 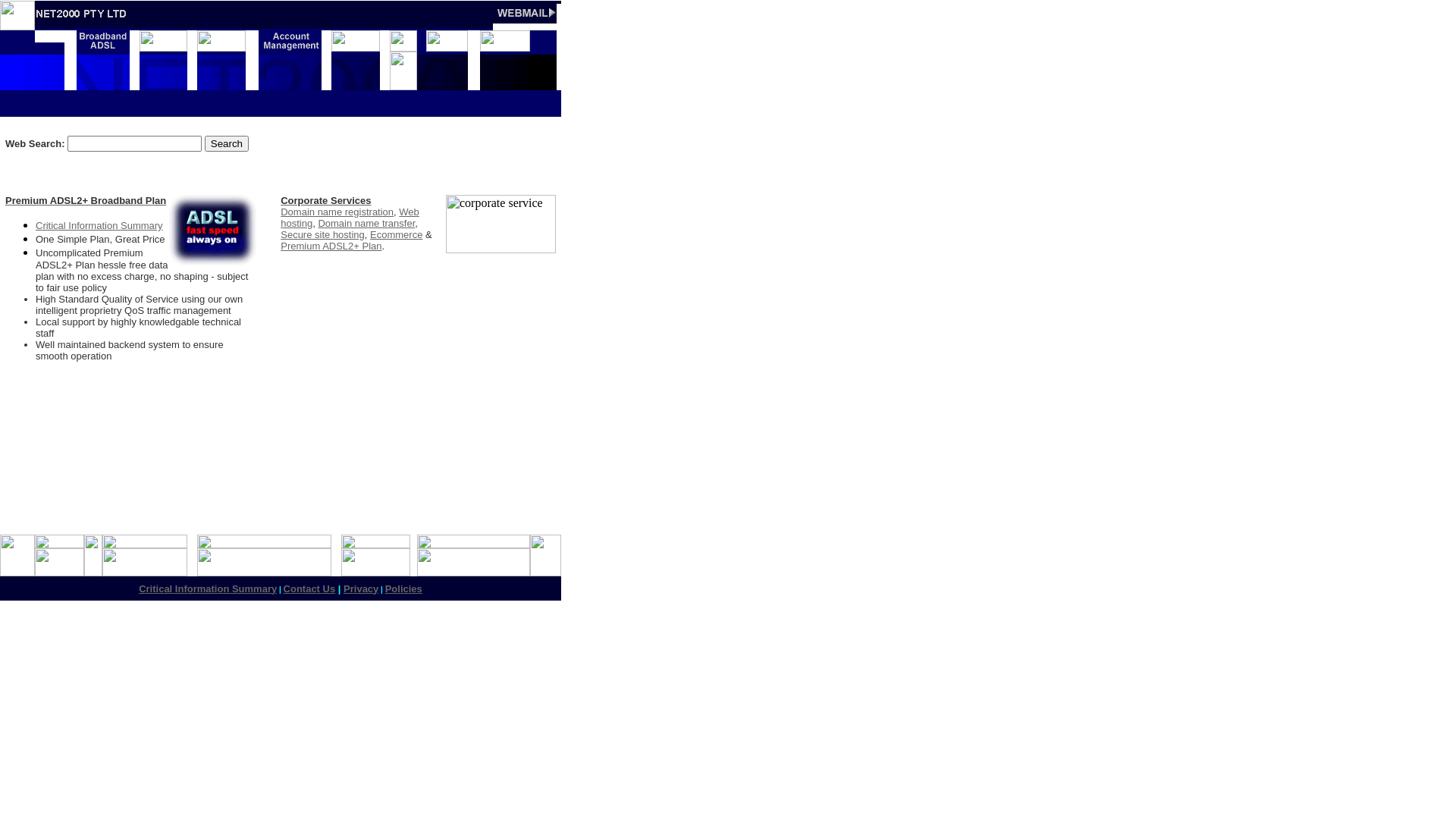 What do you see at coordinates (322, 234) in the screenshot?
I see `'Secure site hosting'` at bounding box center [322, 234].